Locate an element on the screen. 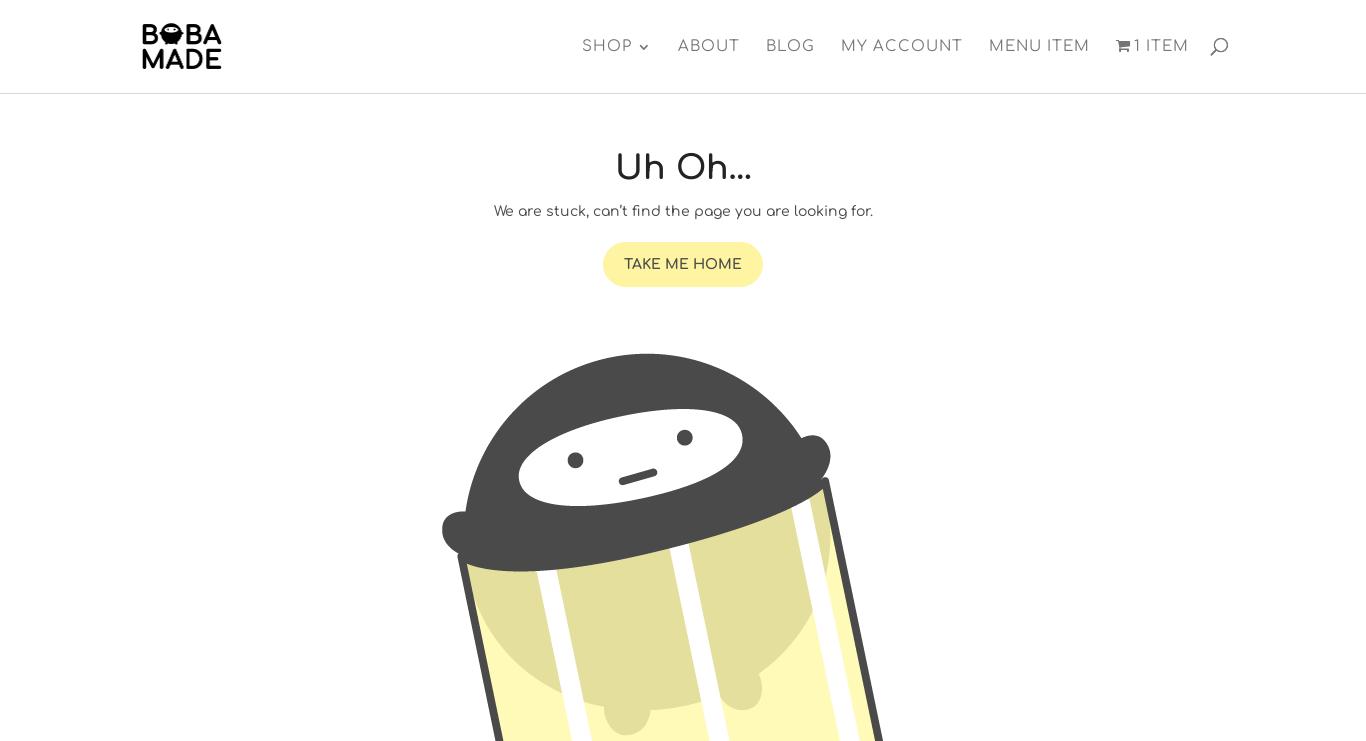 The height and width of the screenshot is (741, 1366). 'Shop' is located at coordinates (604, 46).